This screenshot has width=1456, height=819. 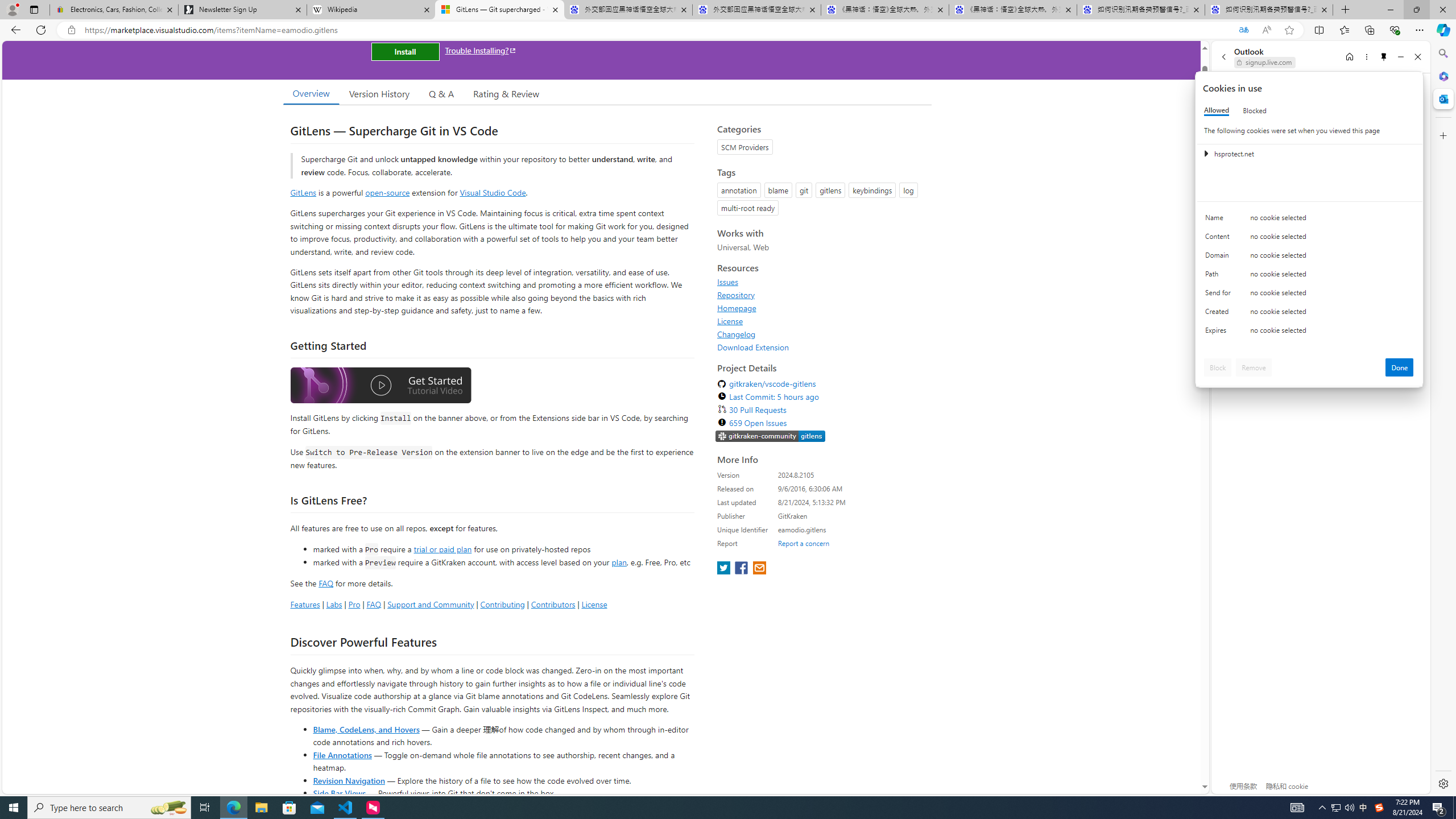 What do you see at coordinates (1219, 220) in the screenshot?
I see `'Name'` at bounding box center [1219, 220].